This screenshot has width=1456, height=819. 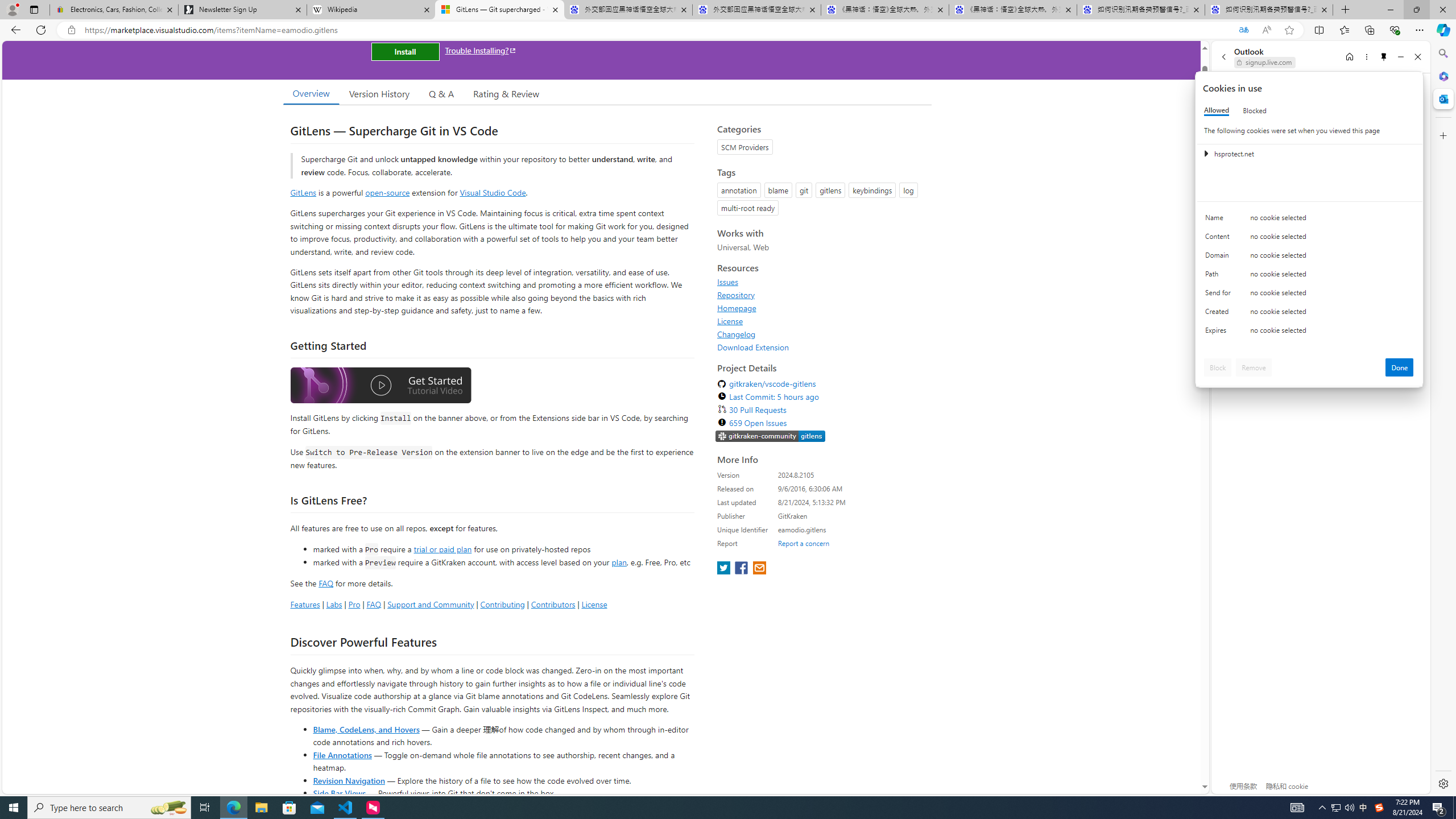 What do you see at coordinates (1219, 220) in the screenshot?
I see `'Name'` at bounding box center [1219, 220].